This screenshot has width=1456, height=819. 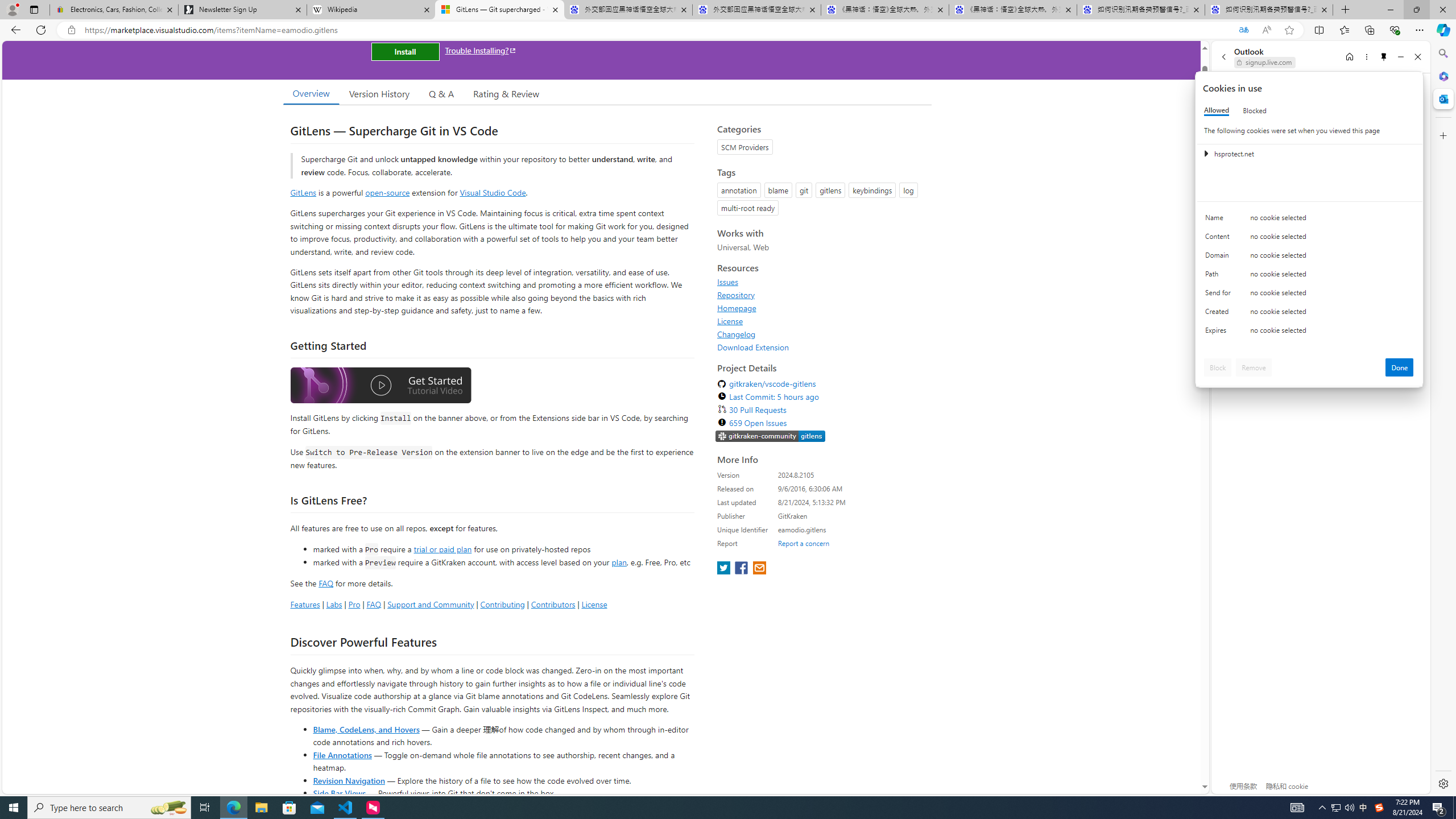 What do you see at coordinates (1219, 220) in the screenshot?
I see `'Name'` at bounding box center [1219, 220].